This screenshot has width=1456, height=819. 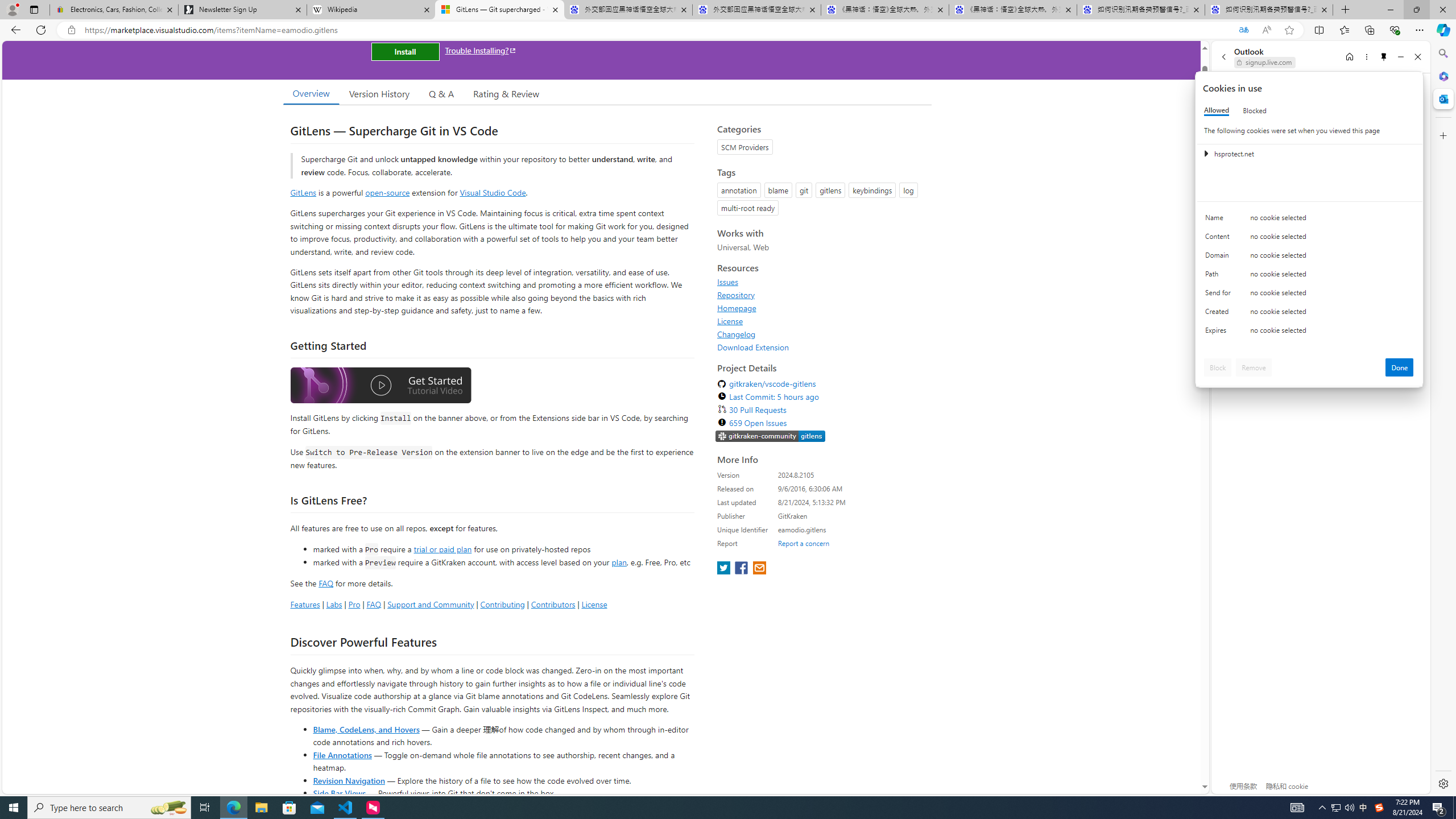 What do you see at coordinates (1219, 220) in the screenshot?
I see `'Name'` at bounding box center [1219, 220].